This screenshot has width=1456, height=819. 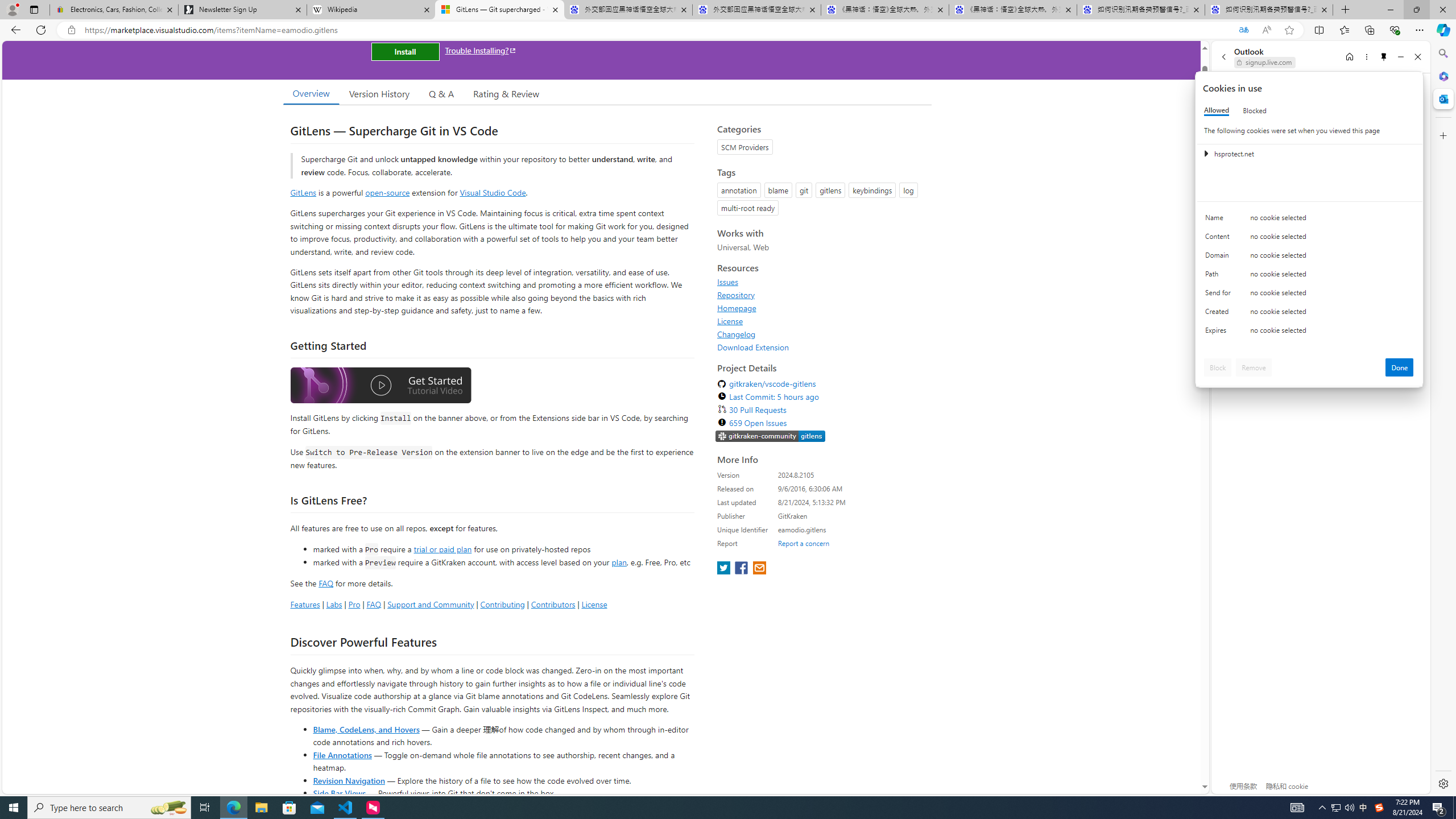 What do you see at coordinates (1219, 220) in the screenshot?
I see `'Name'` at bounding box center [1219, 220].